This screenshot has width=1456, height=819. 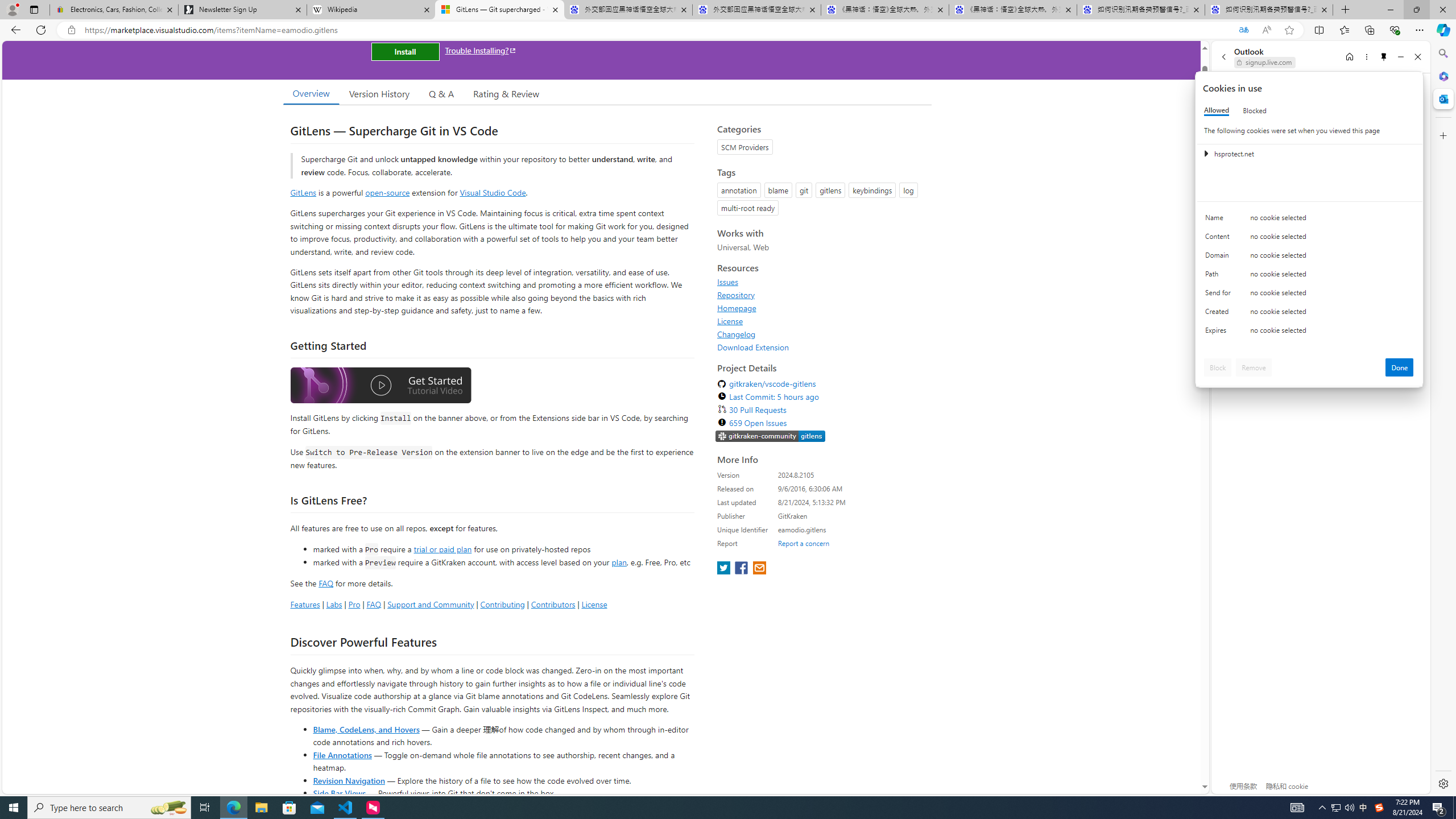 What do you see at coordinates (1219, 220) in the screenshot?
I see `'Name'` at bounding box center [1219, 220].